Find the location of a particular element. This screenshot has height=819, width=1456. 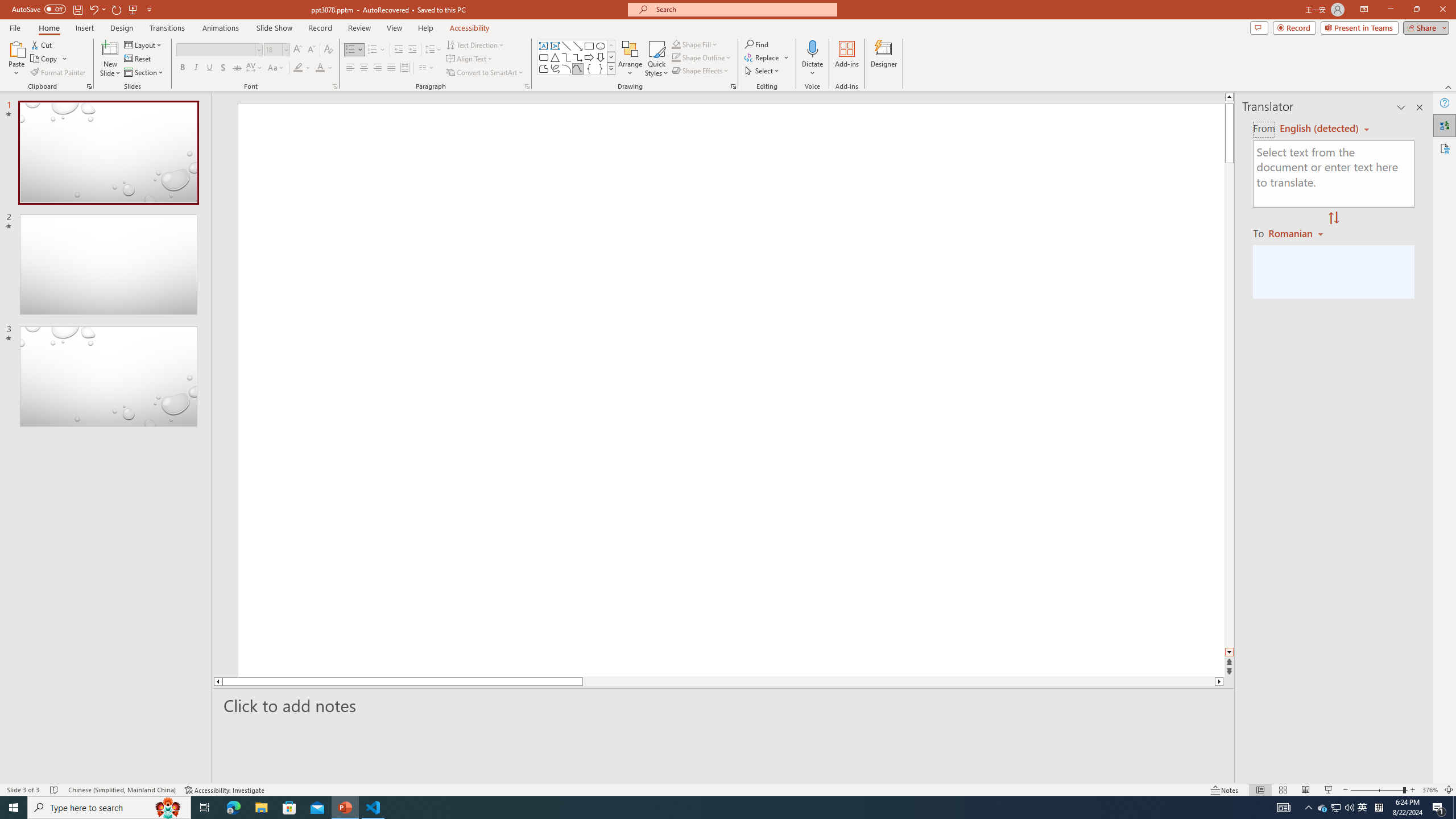

'Connector: Elbow' is located at coordinates (565, 56).